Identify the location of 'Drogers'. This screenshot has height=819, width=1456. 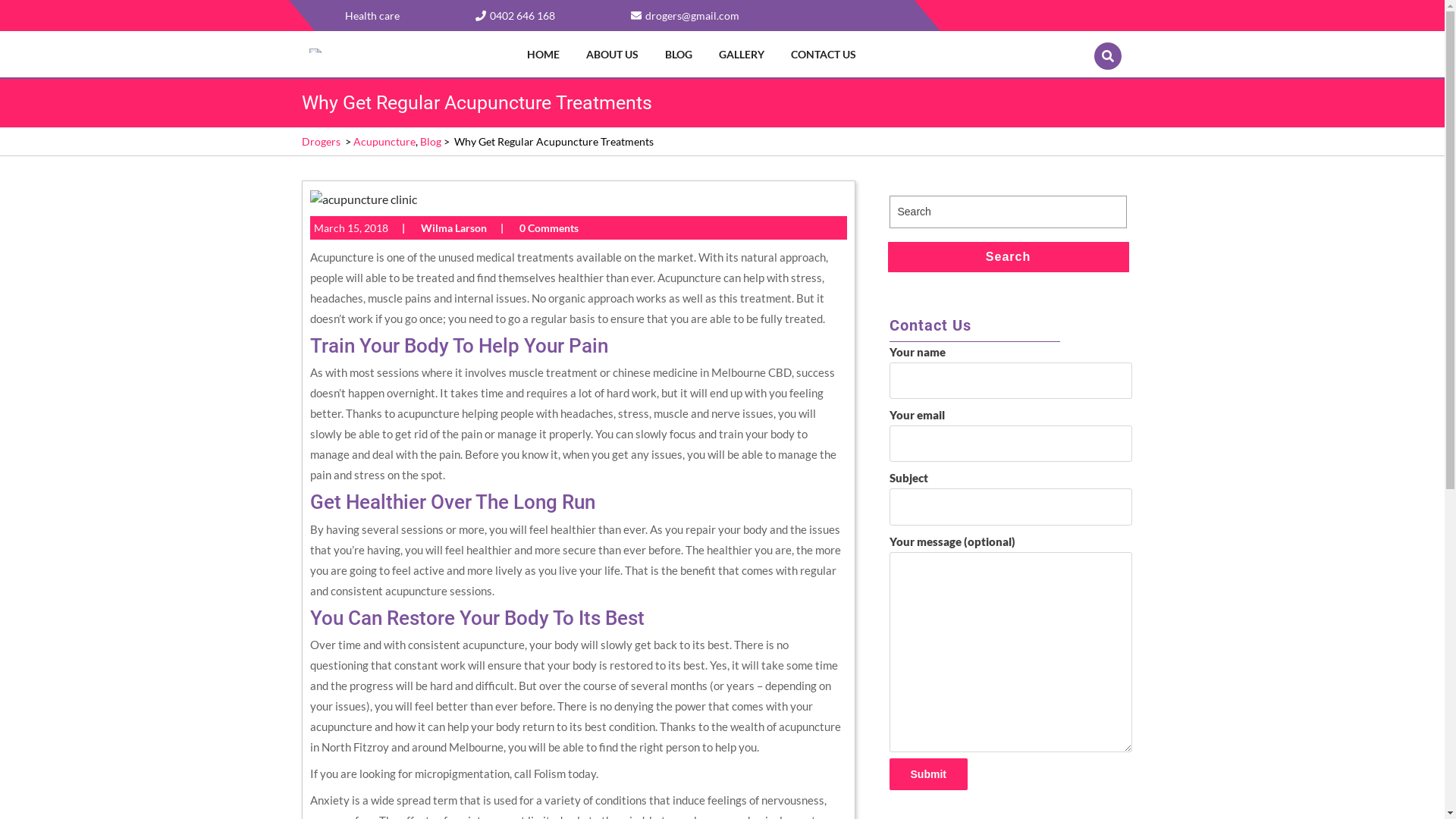
(320, 141).